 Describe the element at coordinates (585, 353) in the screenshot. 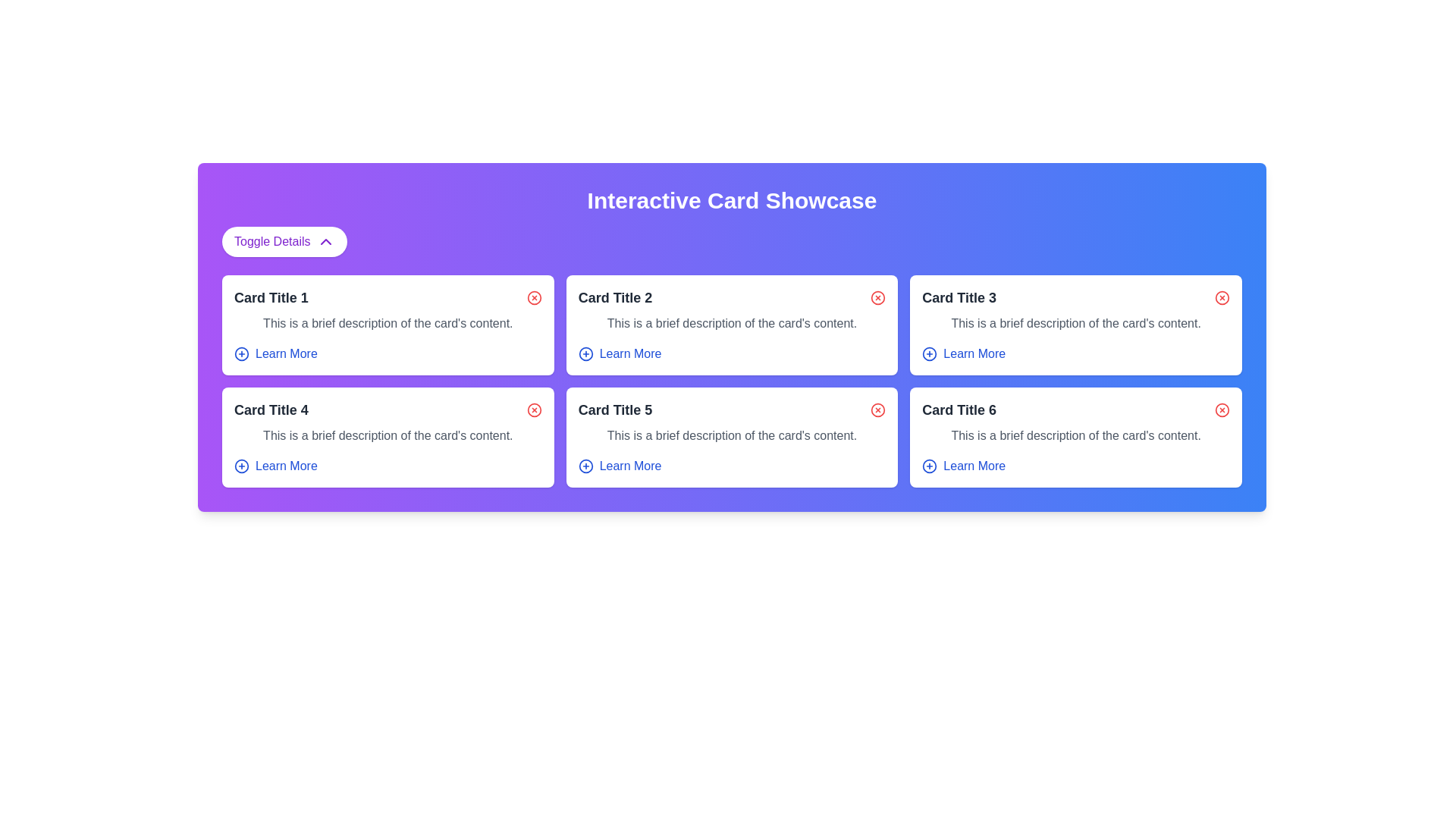

I see `the SVG circle component that indicates an expandable or addable state, located in the second card of the first row in the card grid layout, next to the 'Learn More' link` at that location.